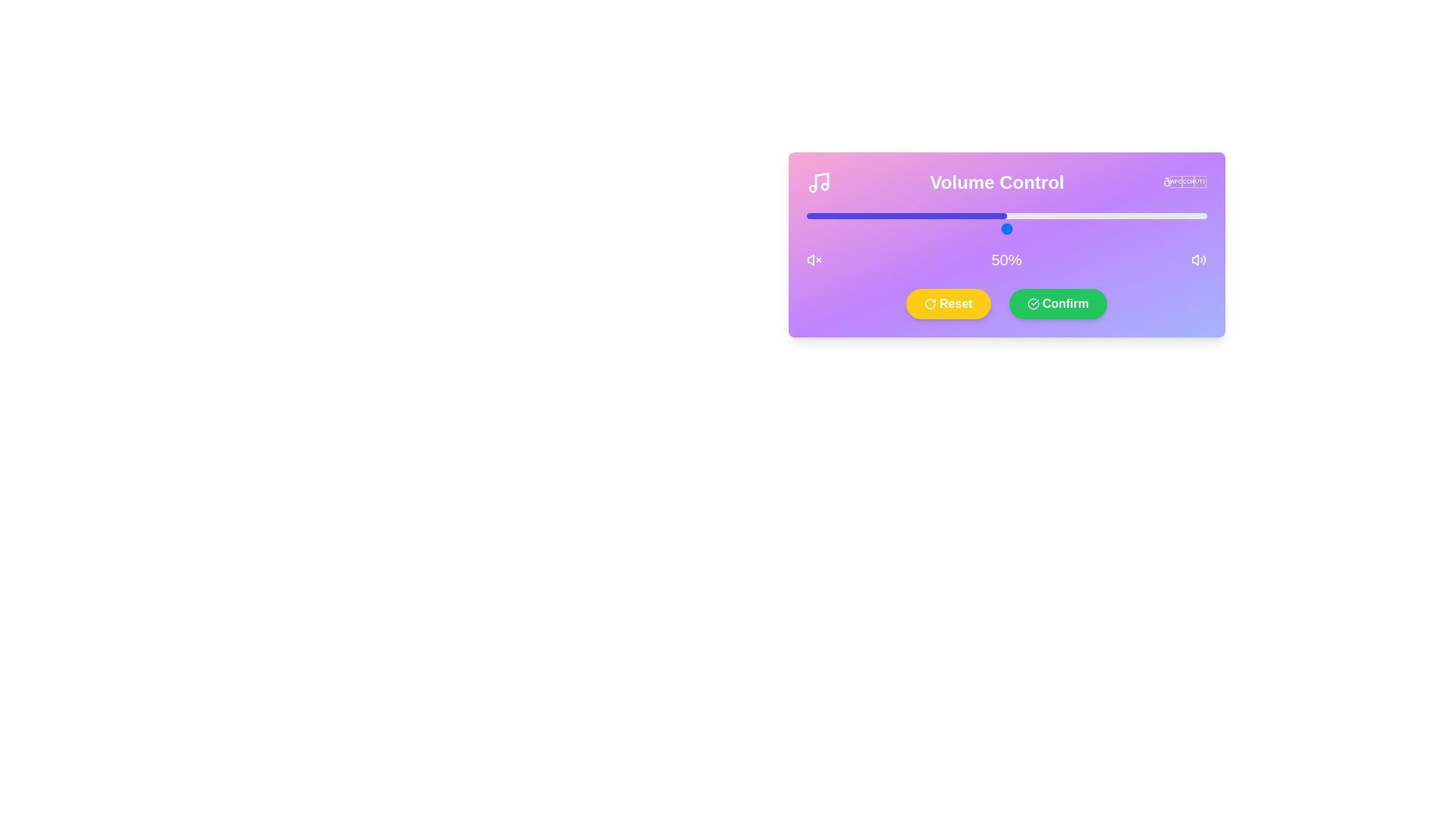  Describe the element at coordinates (998, 216) in the screenshot. I see `the slider value` at that location.